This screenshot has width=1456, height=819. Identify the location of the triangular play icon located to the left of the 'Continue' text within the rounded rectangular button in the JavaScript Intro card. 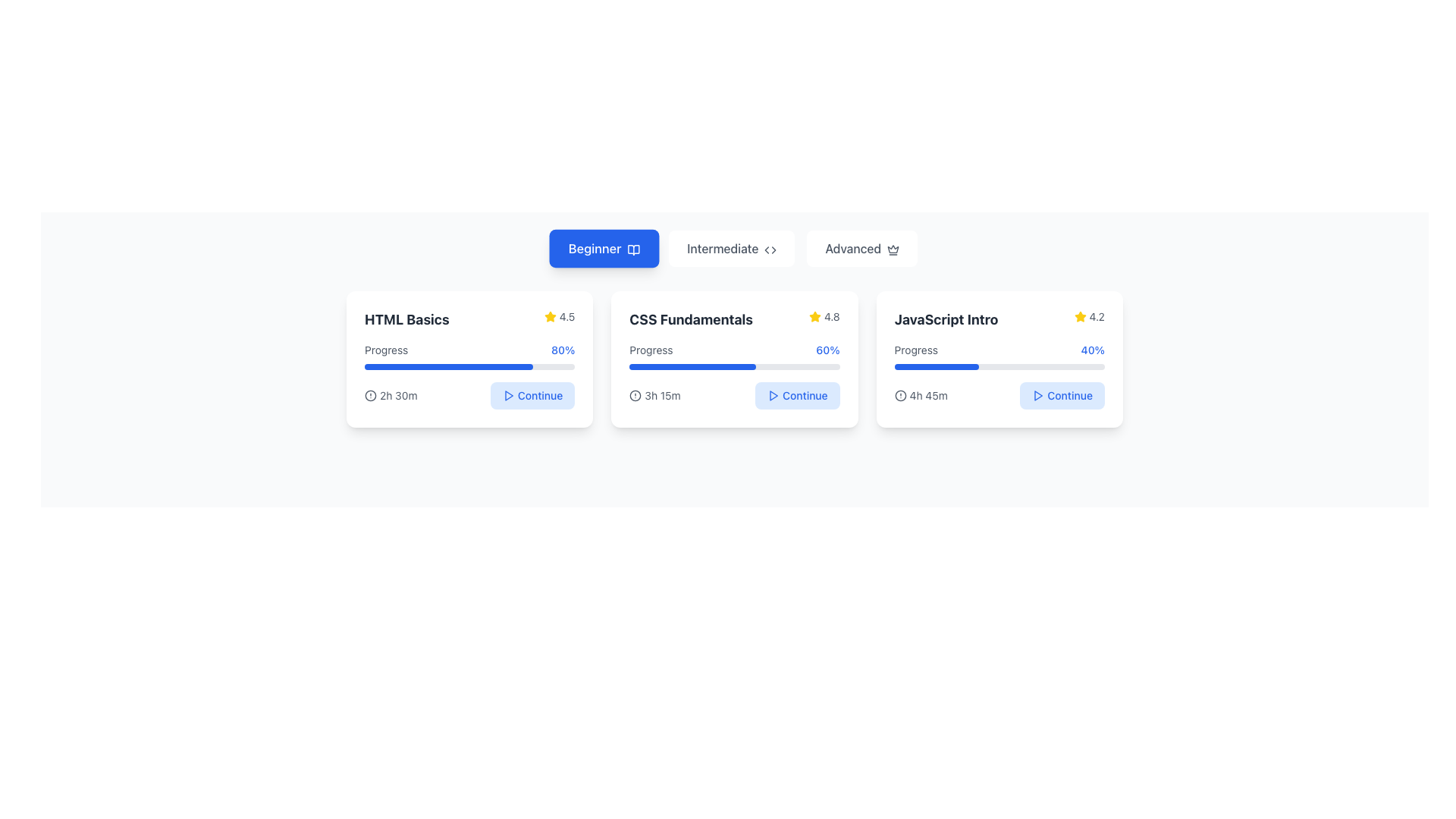
(1037, 394).